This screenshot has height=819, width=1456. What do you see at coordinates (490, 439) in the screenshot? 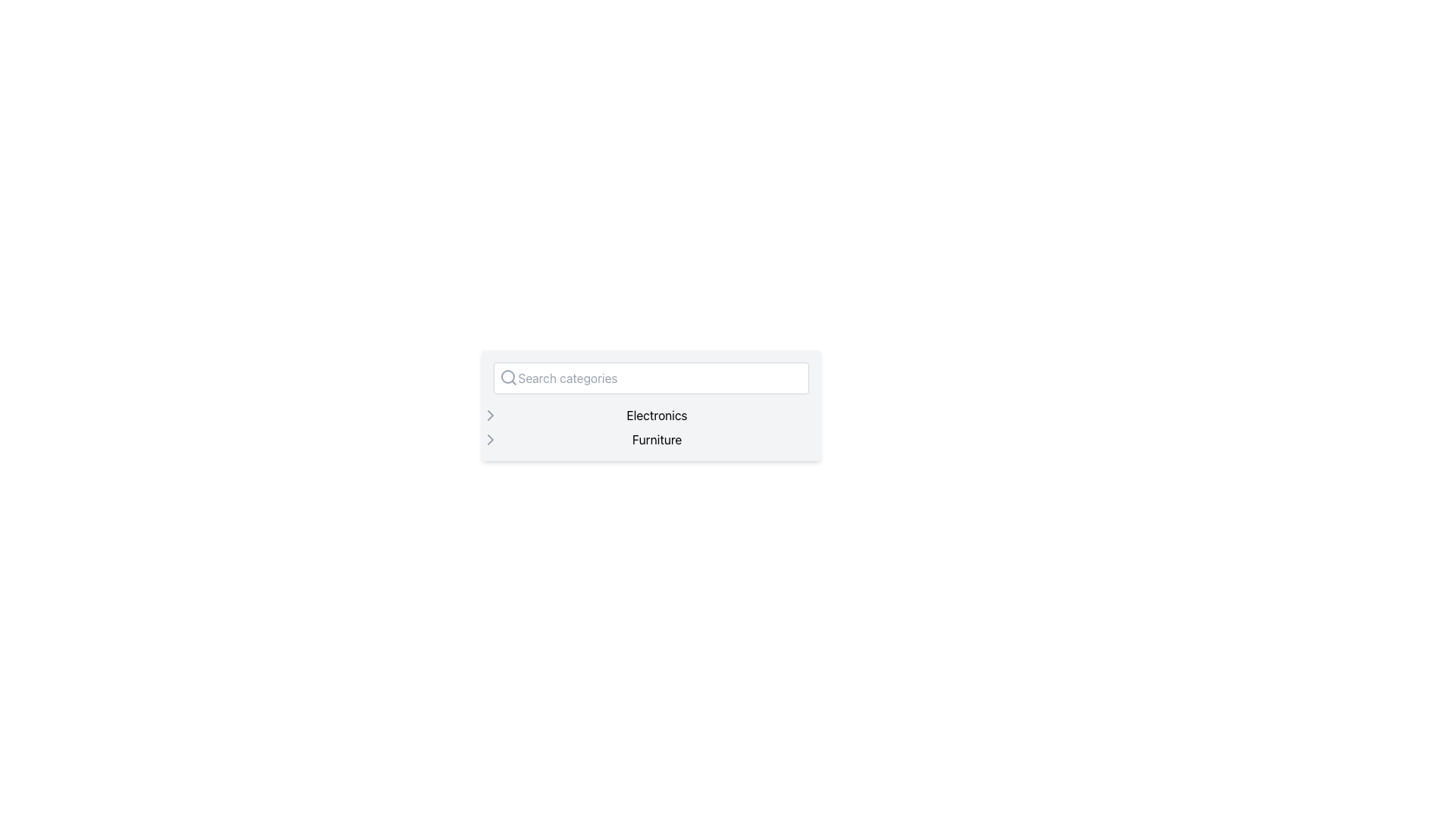
I see `the Navigation Icon (Chevron) adjacent to the 'Electronics' text` at bounding box center [490, 439].